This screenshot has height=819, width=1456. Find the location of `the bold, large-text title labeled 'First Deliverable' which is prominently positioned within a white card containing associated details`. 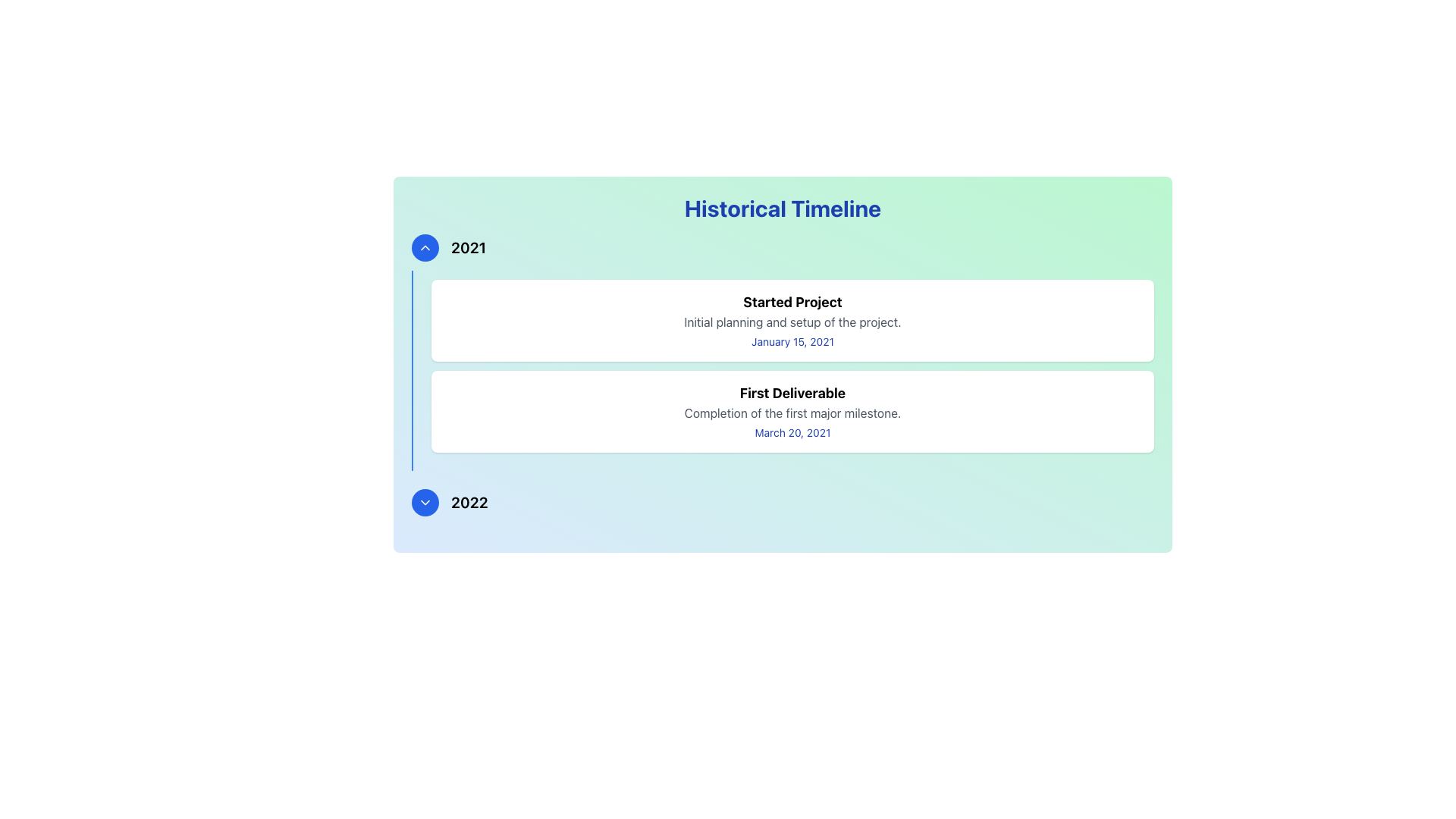

the bold, large-text title labeled 'First Deliverable' which is prominently positioned within a white card containing associated details is located at coordinates (792, 393).